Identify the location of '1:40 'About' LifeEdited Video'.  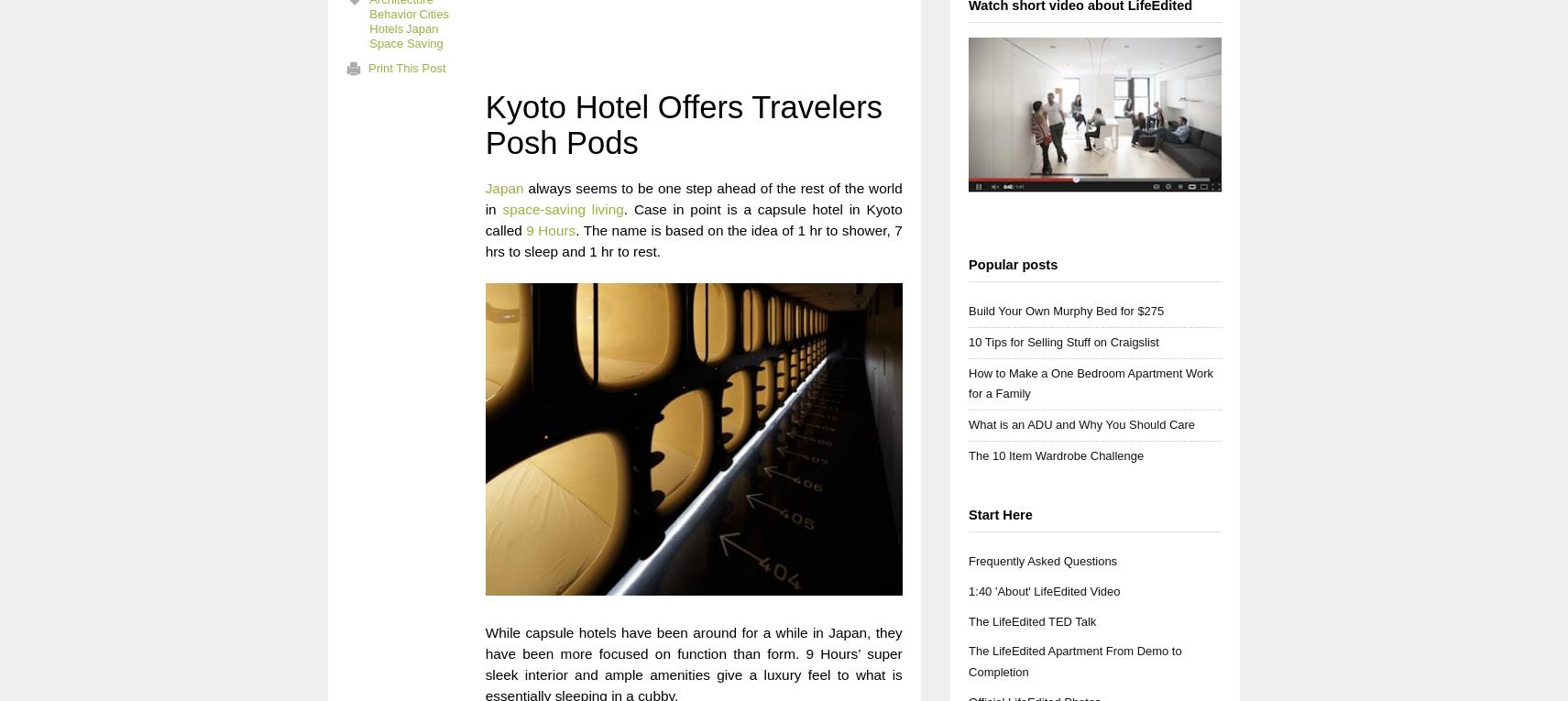
(1044, 591).